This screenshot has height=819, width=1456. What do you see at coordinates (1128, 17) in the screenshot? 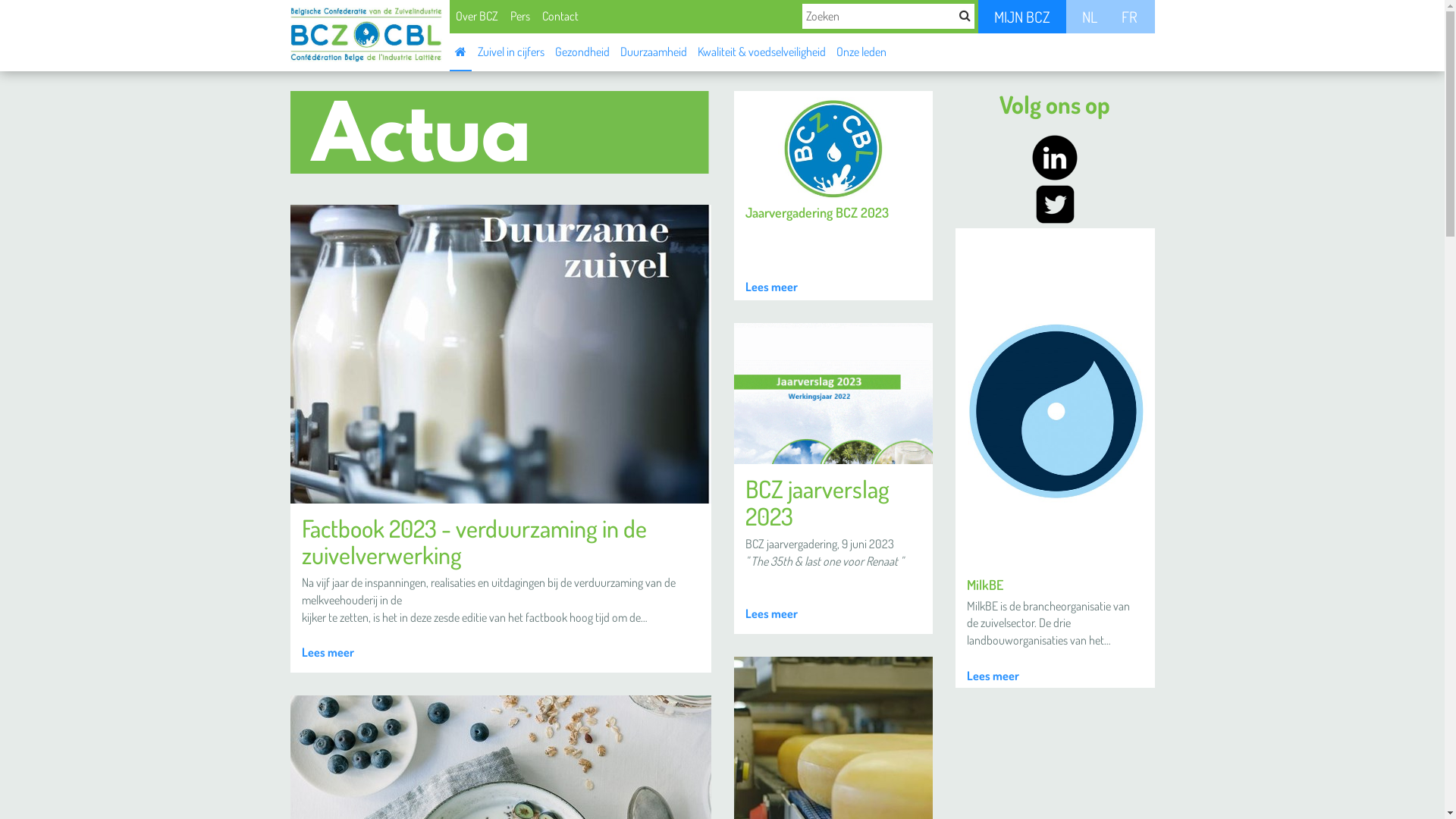
I see `'FR'` at bounding box center [1128, 17].